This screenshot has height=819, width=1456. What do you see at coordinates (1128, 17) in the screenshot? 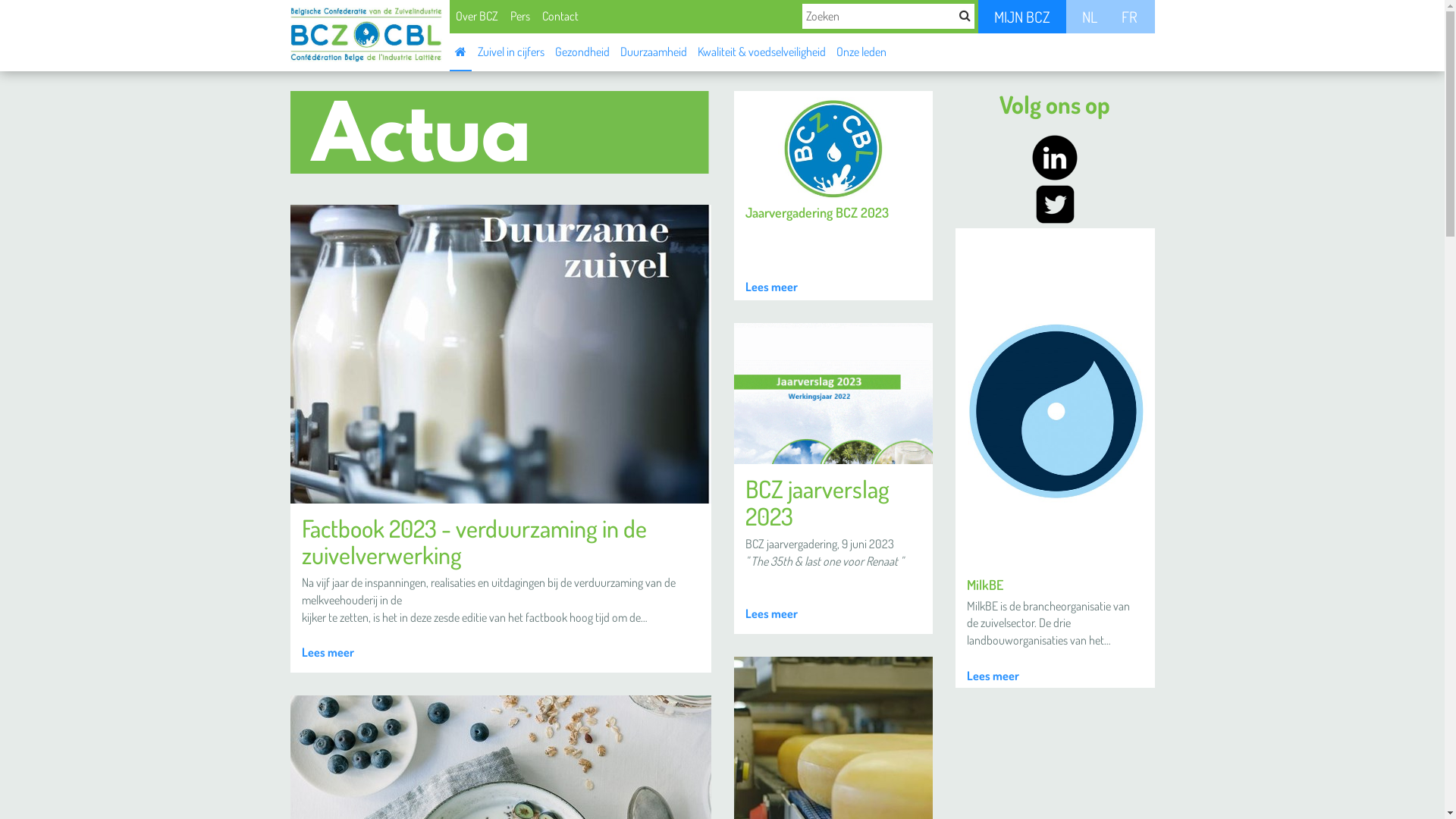
I see `'FR'` at bounding box center [1128, 17].